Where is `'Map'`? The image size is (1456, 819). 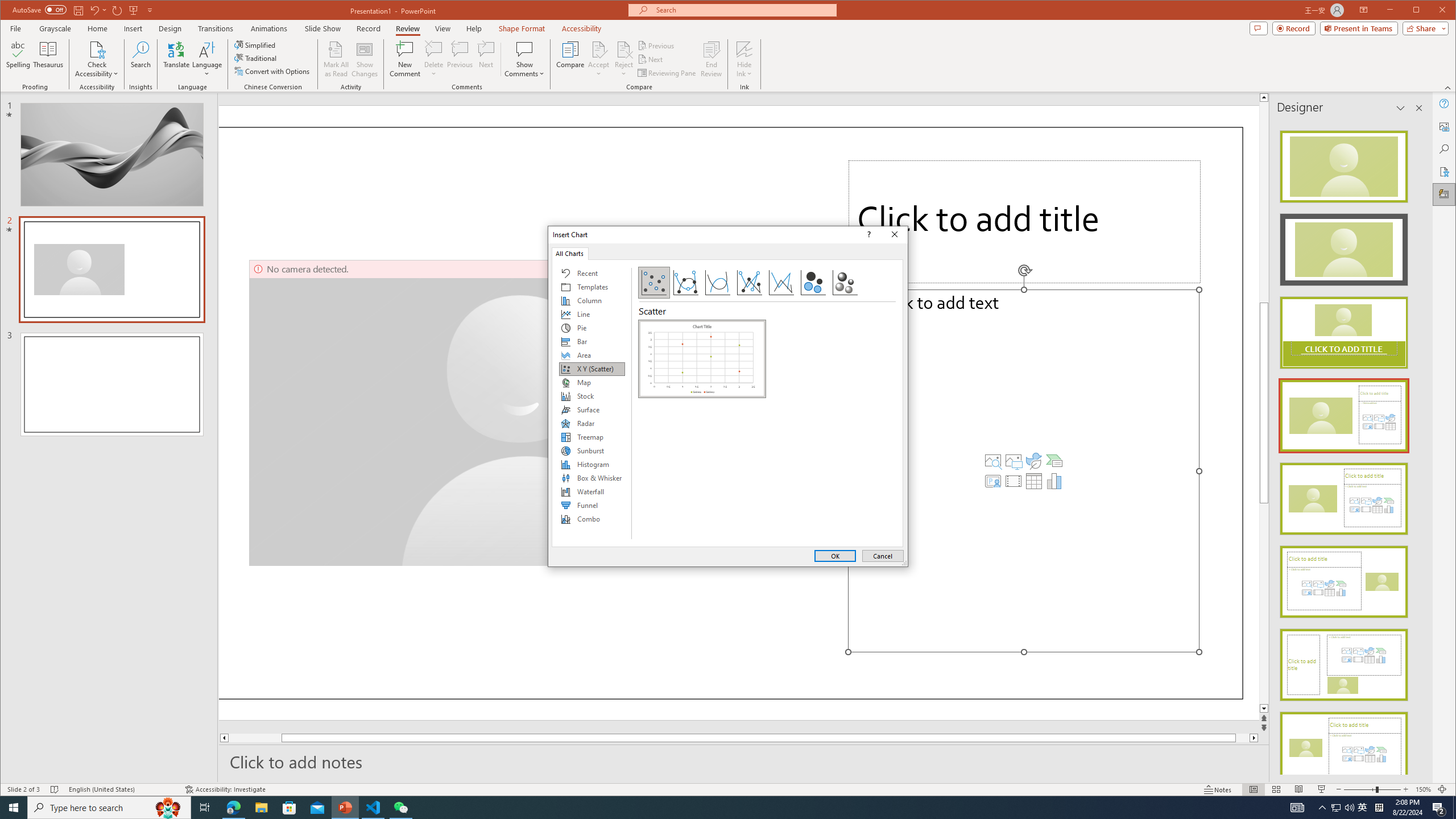 'Map' is located at coordinates (591, 383).